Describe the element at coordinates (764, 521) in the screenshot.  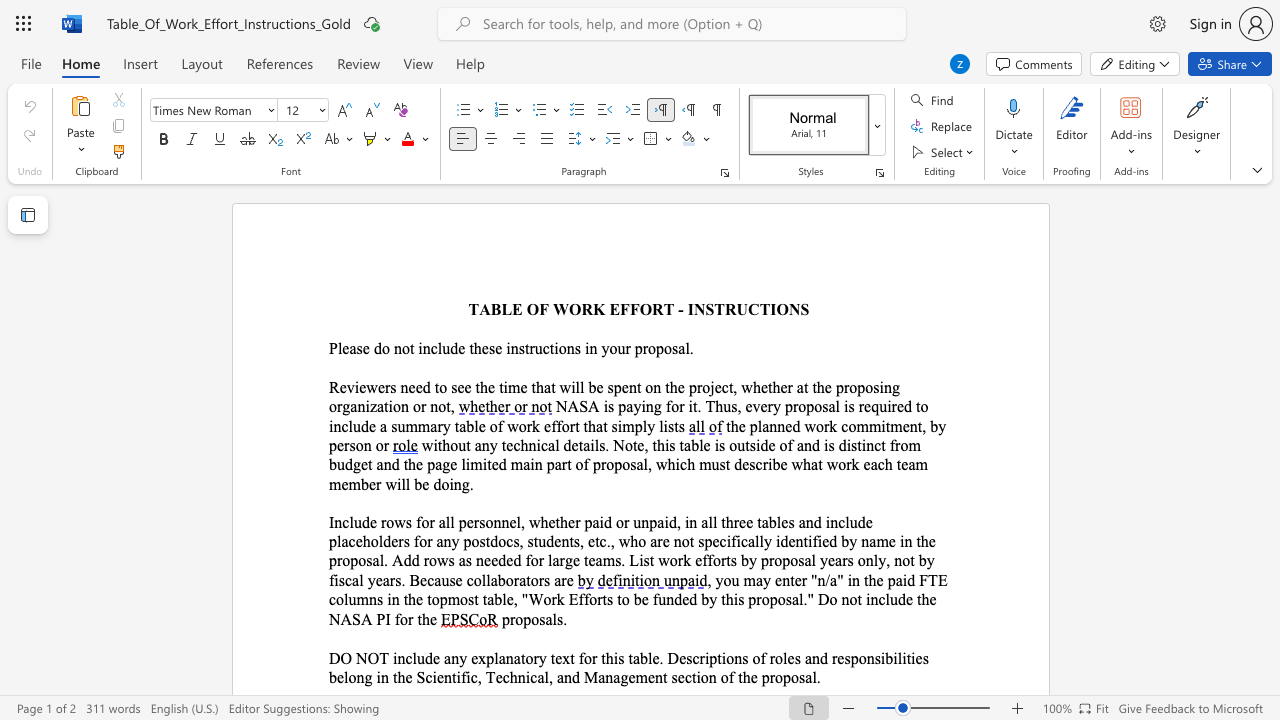
I see `the 5th character "a" in the text` at that location.